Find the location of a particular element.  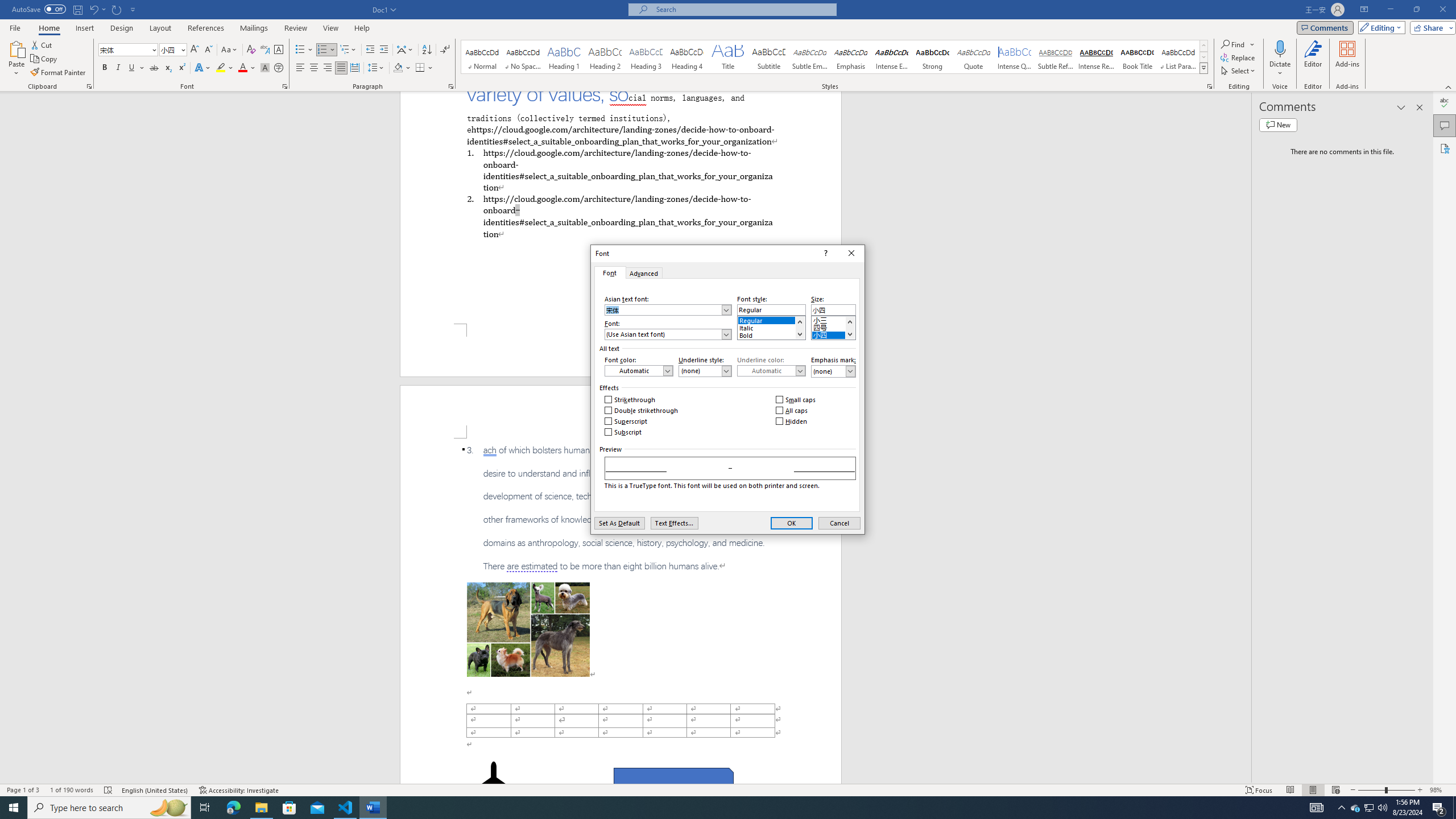

'Cut' is located at coordinates (42, 44).